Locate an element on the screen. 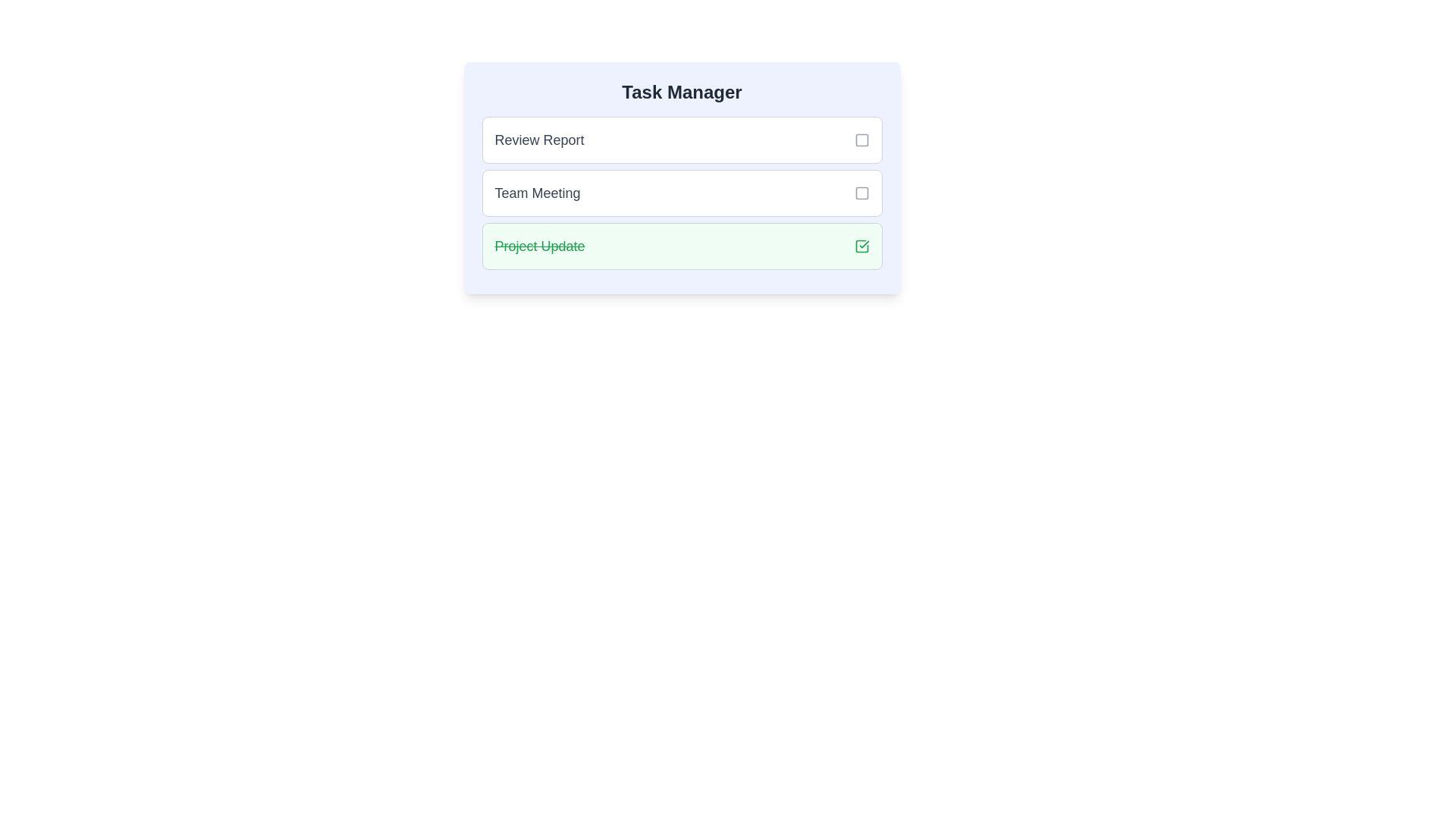  text of the 'Team Meeting' label, which is displayed in a medium-sized light gray font within a white background box, located in the second row of the task manager interface is located at coordinates (538, 192).